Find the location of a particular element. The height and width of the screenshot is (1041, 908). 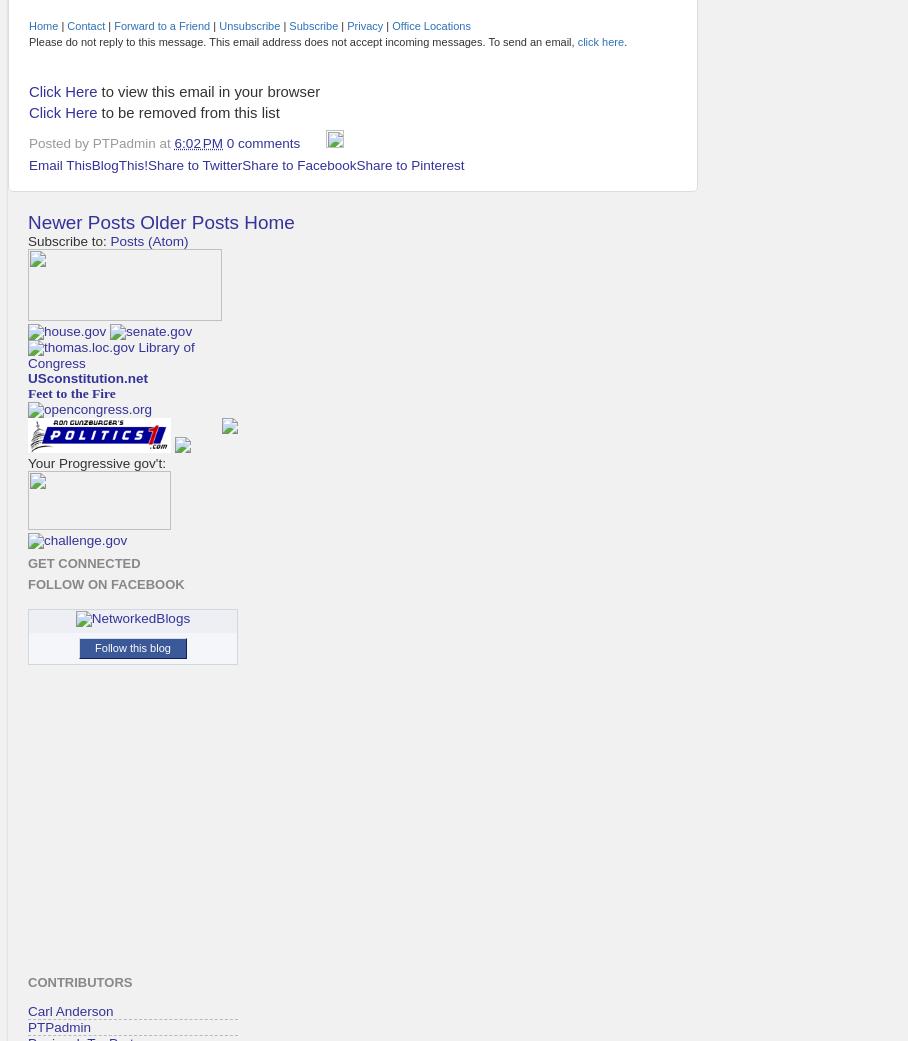

'0
comments' is located at coordinates (261, 143).